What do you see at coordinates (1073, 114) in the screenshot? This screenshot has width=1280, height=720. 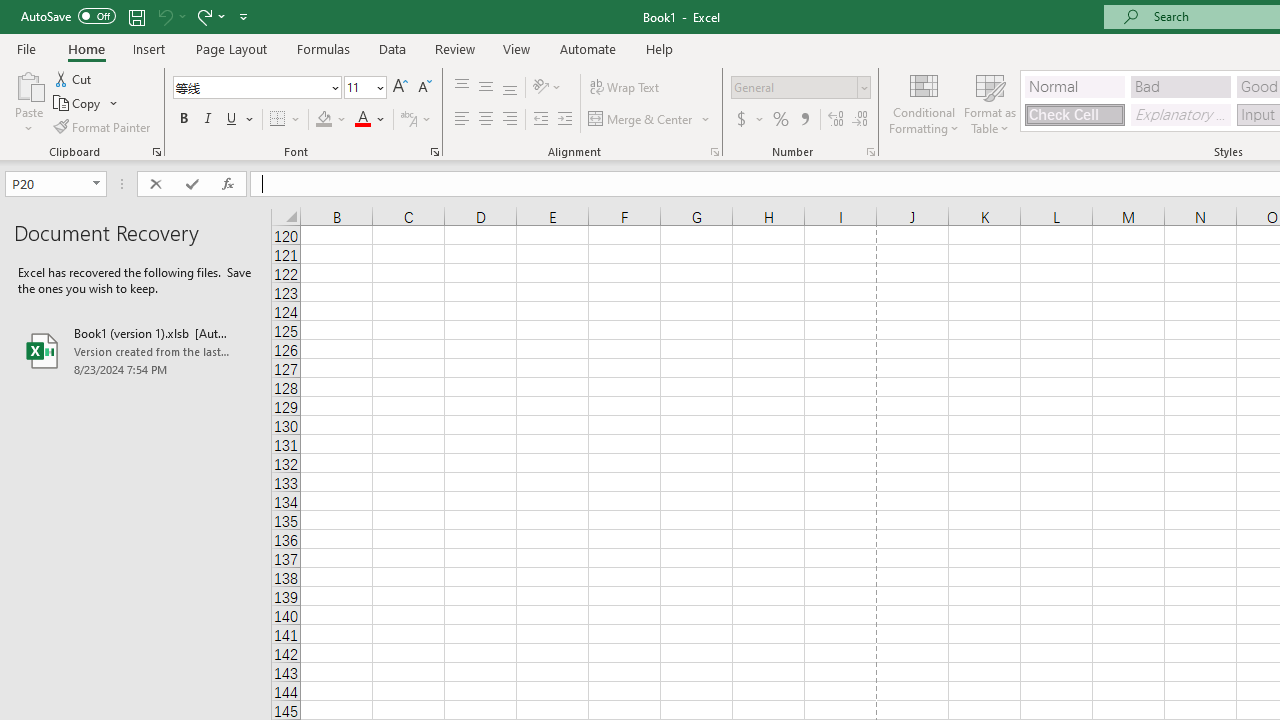 I see `'Check Cell'` at bounding box center [1073, 114].